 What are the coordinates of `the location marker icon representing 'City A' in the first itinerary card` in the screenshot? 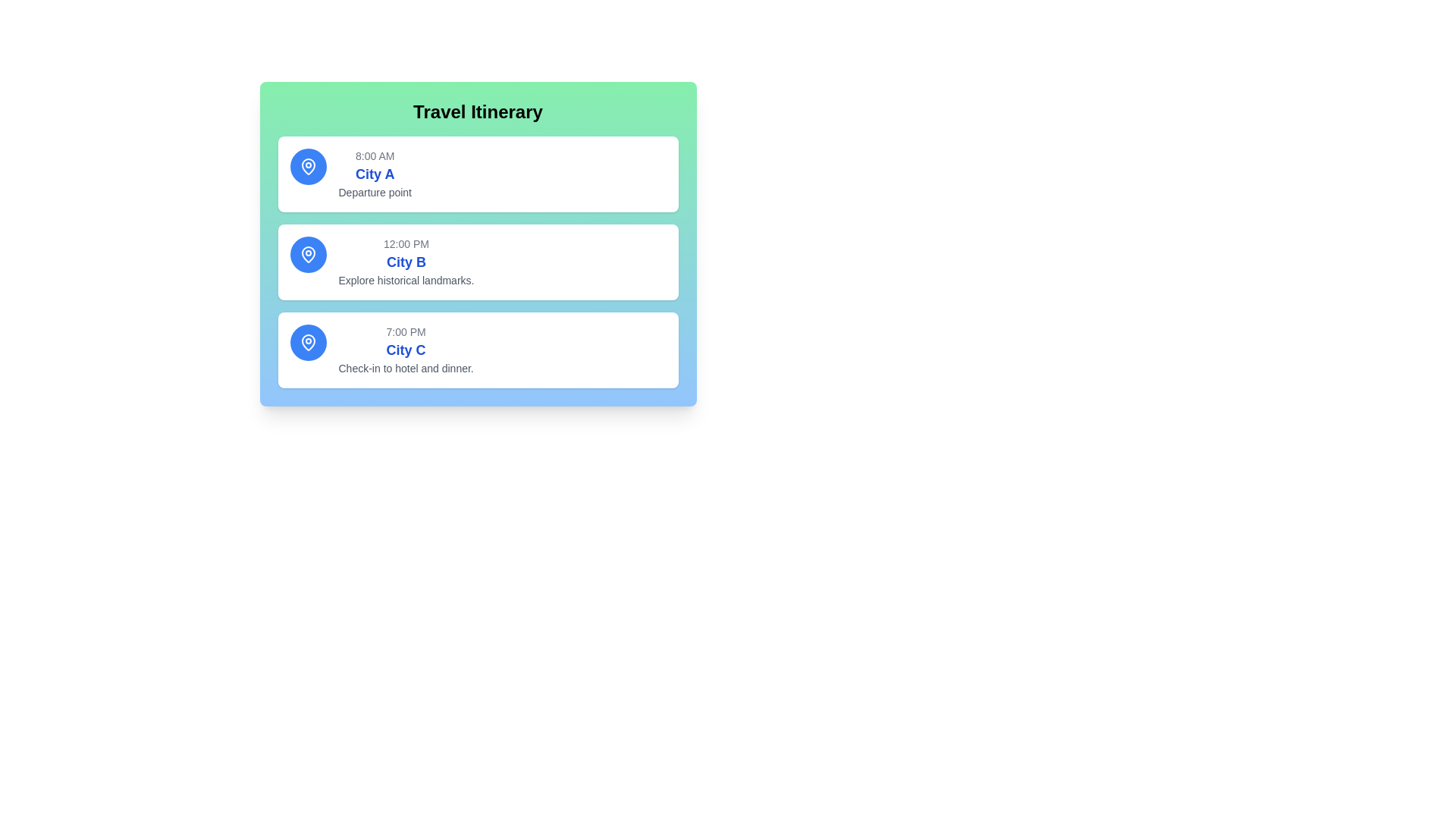 It's located at (307, 342).